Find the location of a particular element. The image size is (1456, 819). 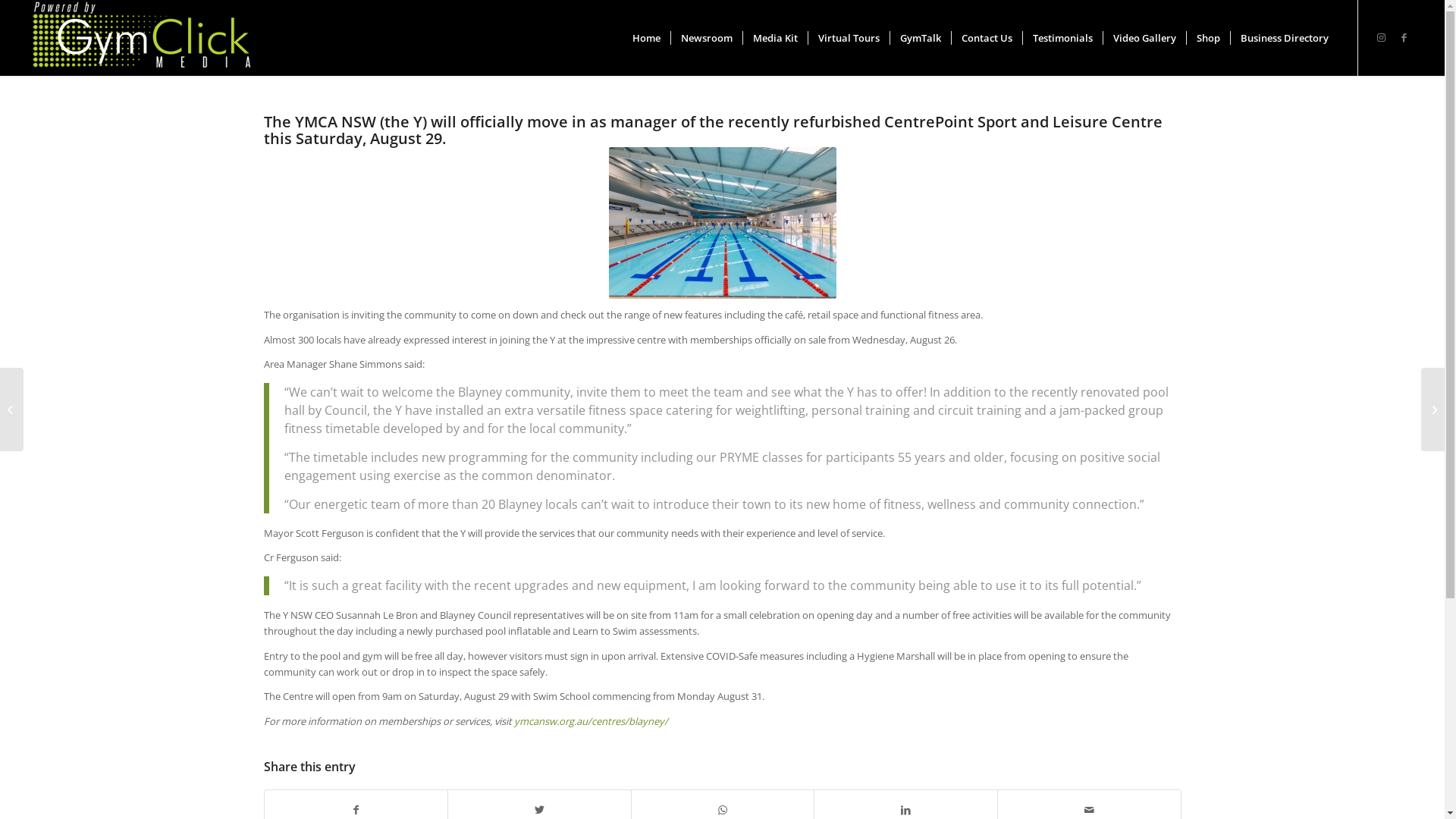

'ymcansw.org.au/centres/blayney/' is located at coordinates (590, 720).